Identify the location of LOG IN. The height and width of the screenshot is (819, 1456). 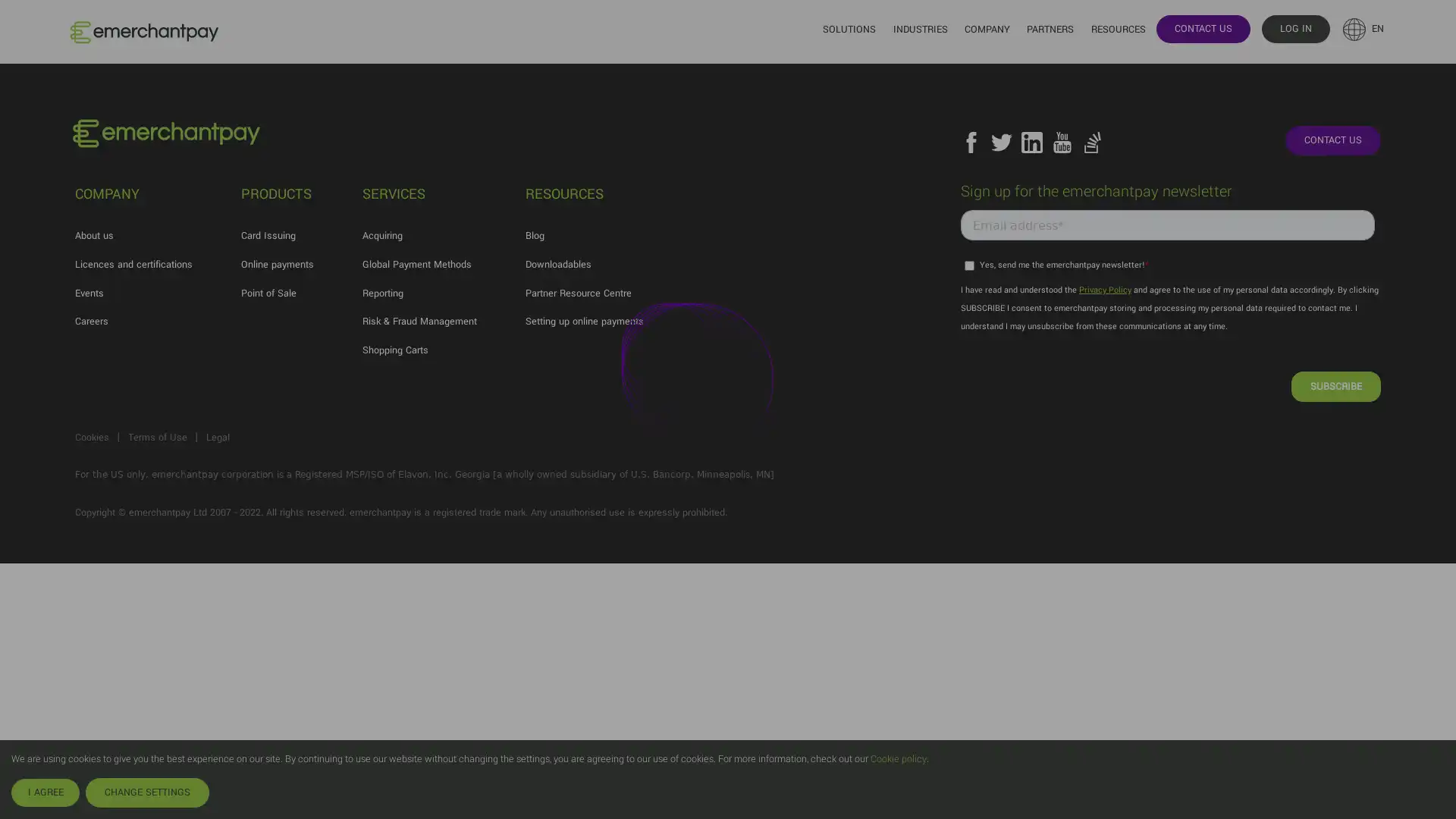
(1294, 28).